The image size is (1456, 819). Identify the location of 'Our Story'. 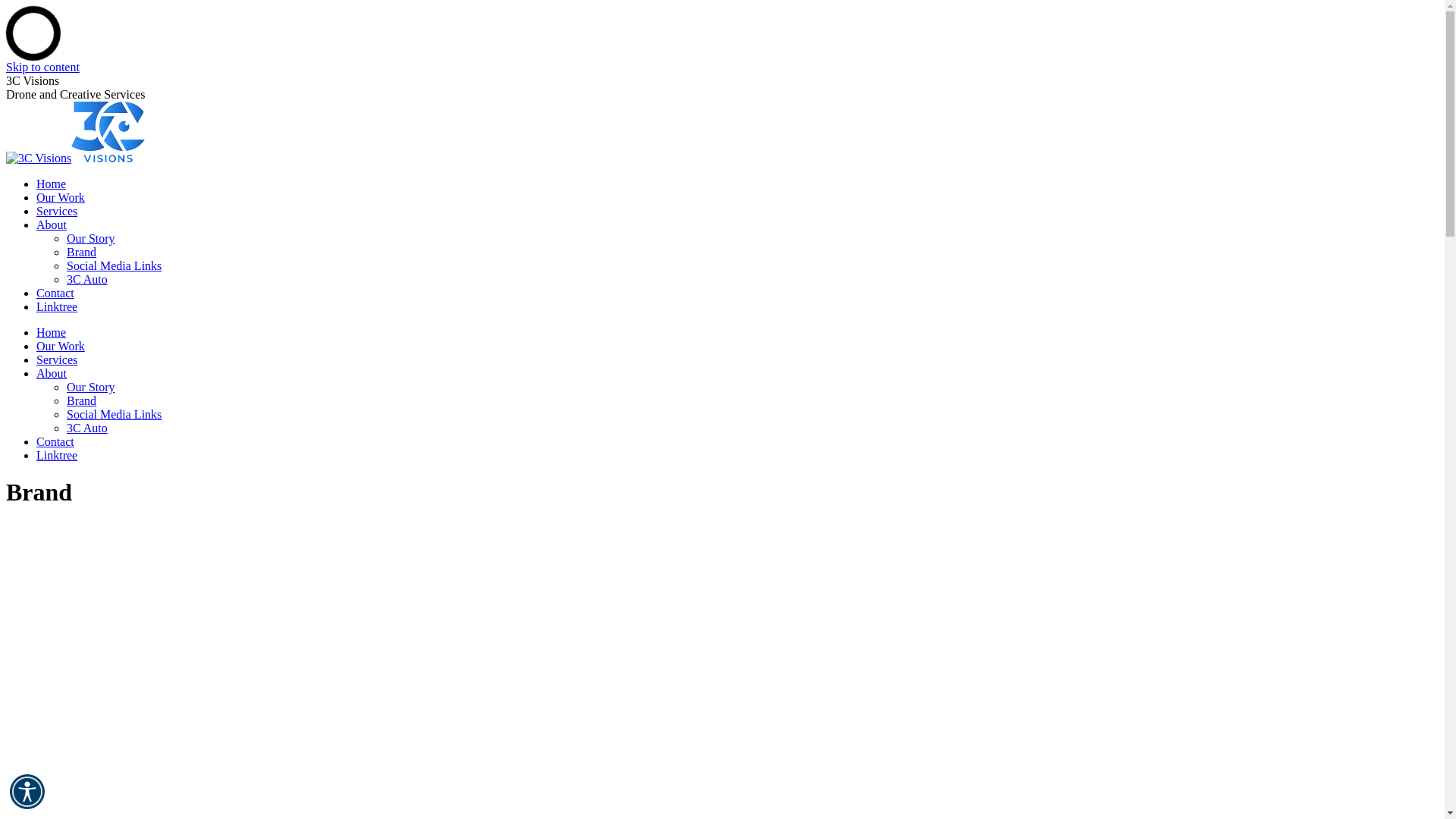
(65, 238).